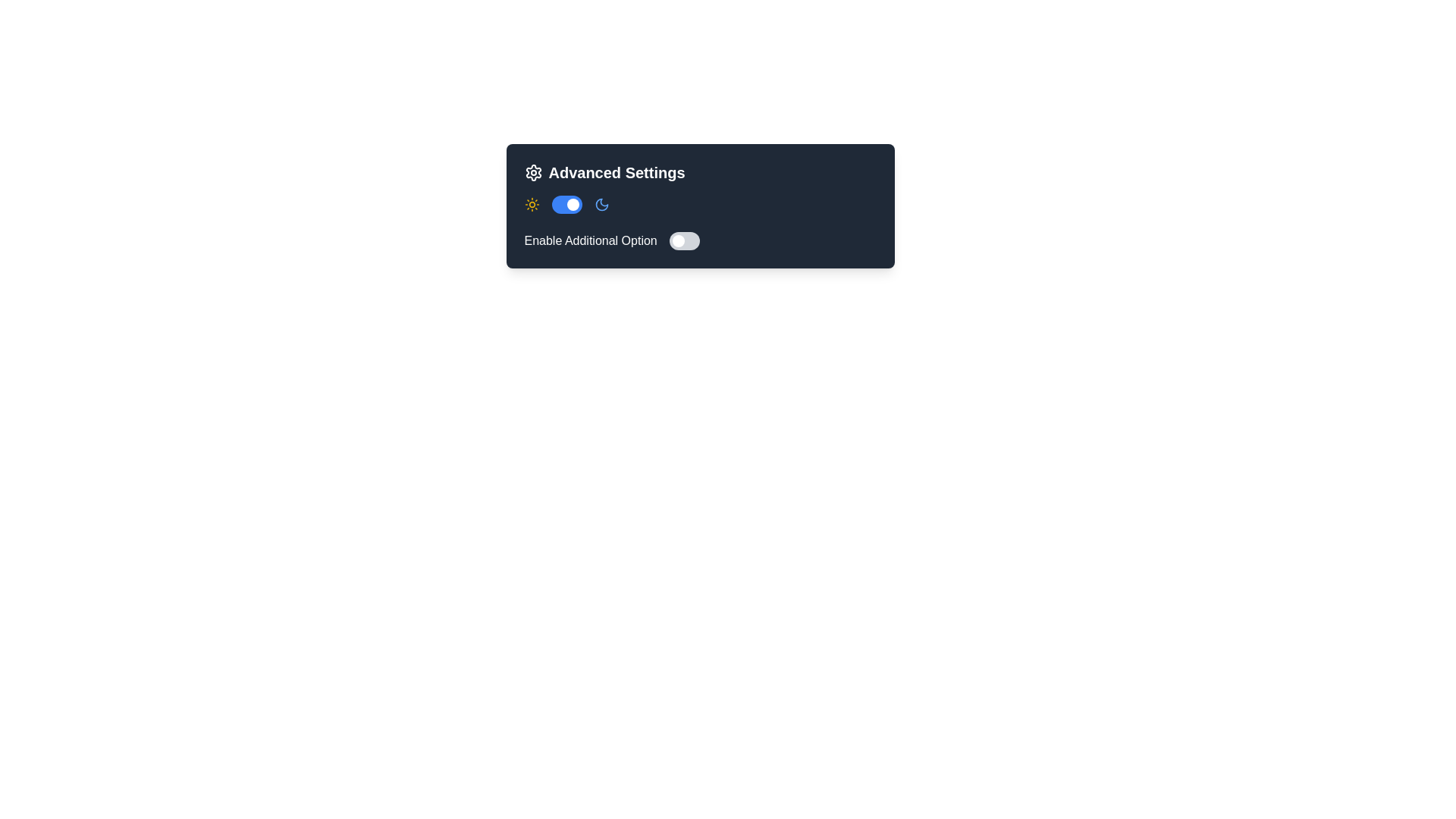 Image resolution: width=1456 pixels, height=819 pixels. Describe the element at coordinates (601, 205) in the screenshot. I see `keyboard navigation` at that location.